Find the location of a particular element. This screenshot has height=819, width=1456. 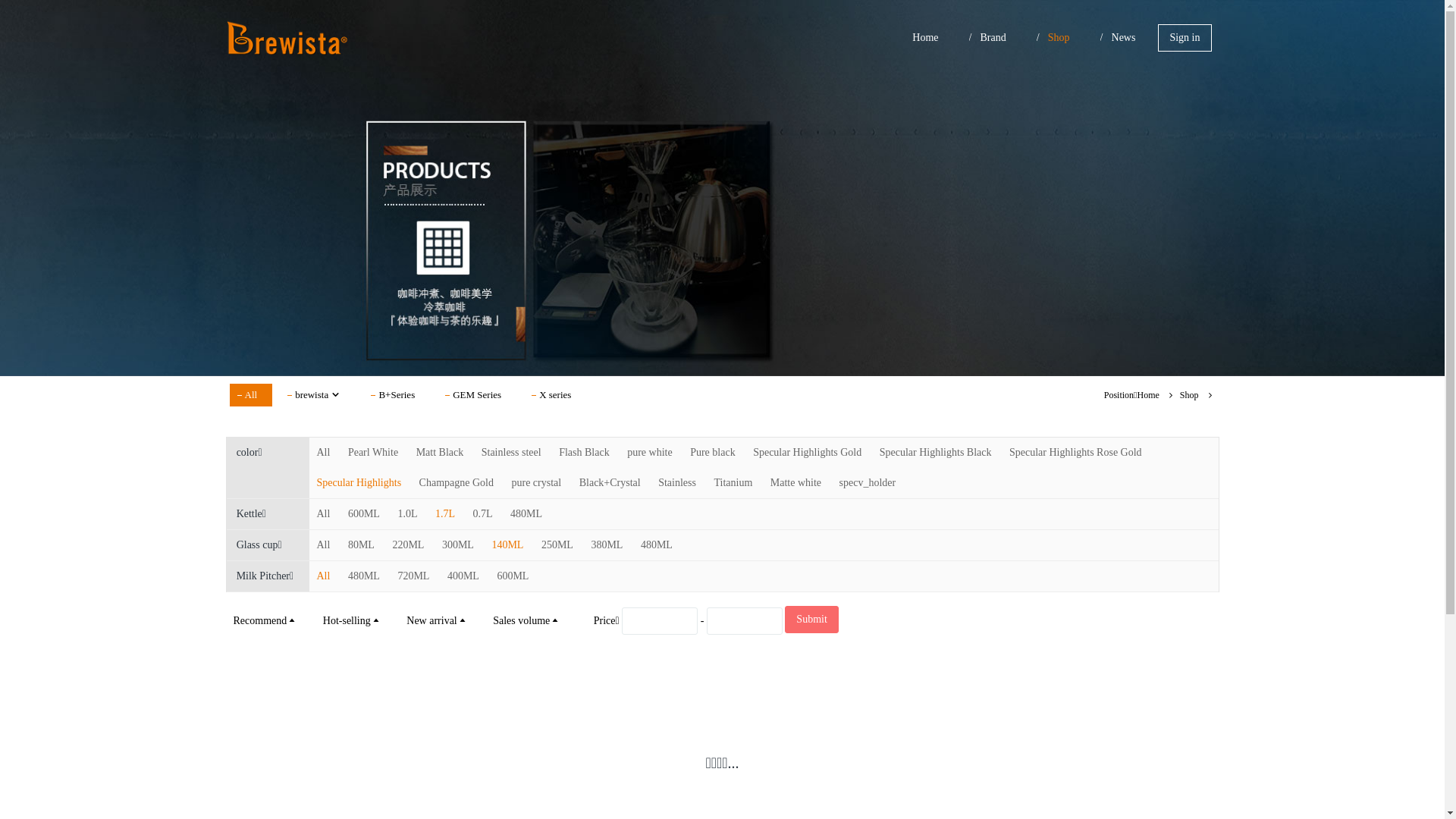

'B+Series' is located at coordinates (397, 394).